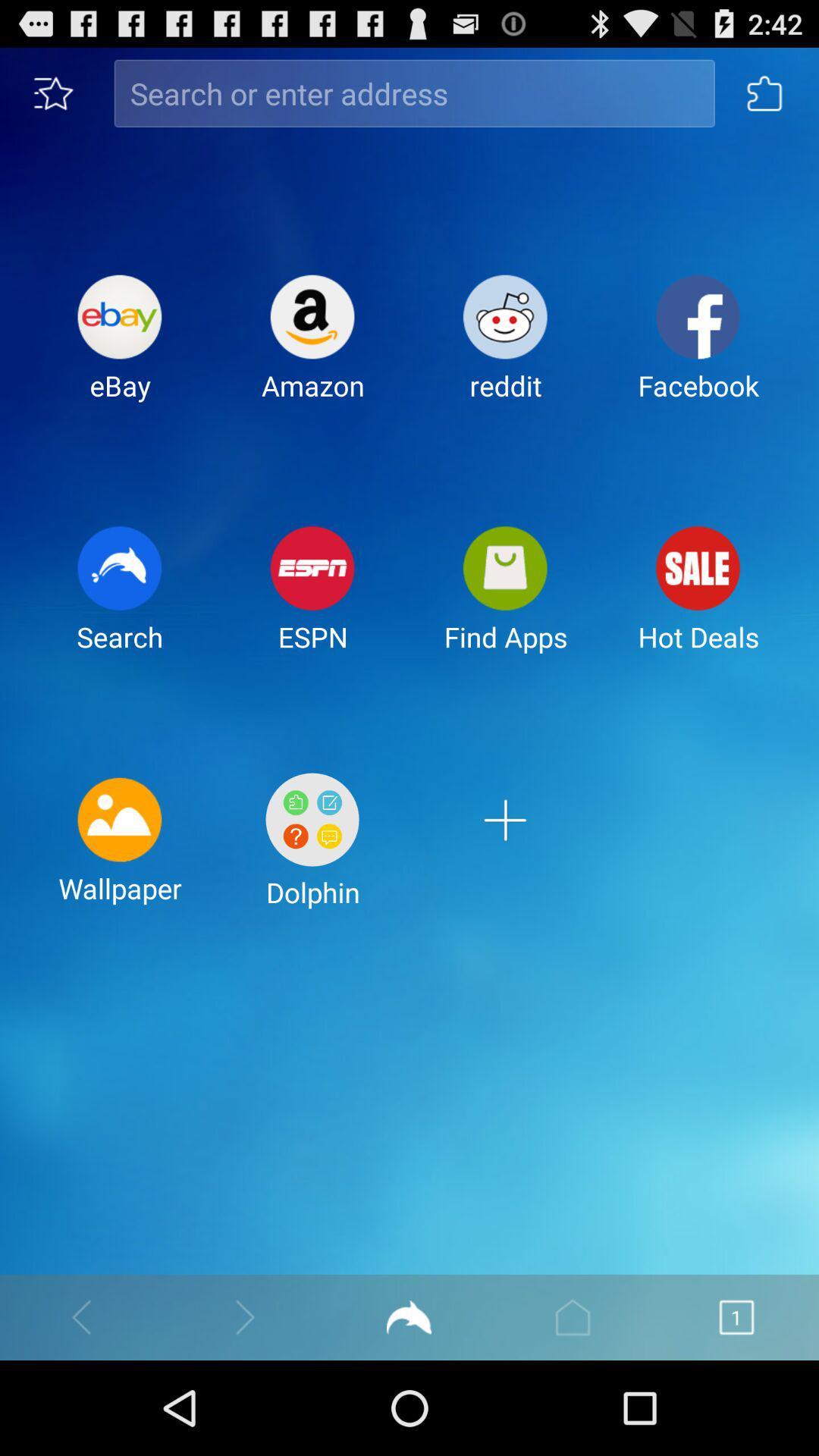 The image size is (819, 1456). What do you see at coordinates (505, 852) in the screenshot?
I see `app` at bounding box center [505, 852].